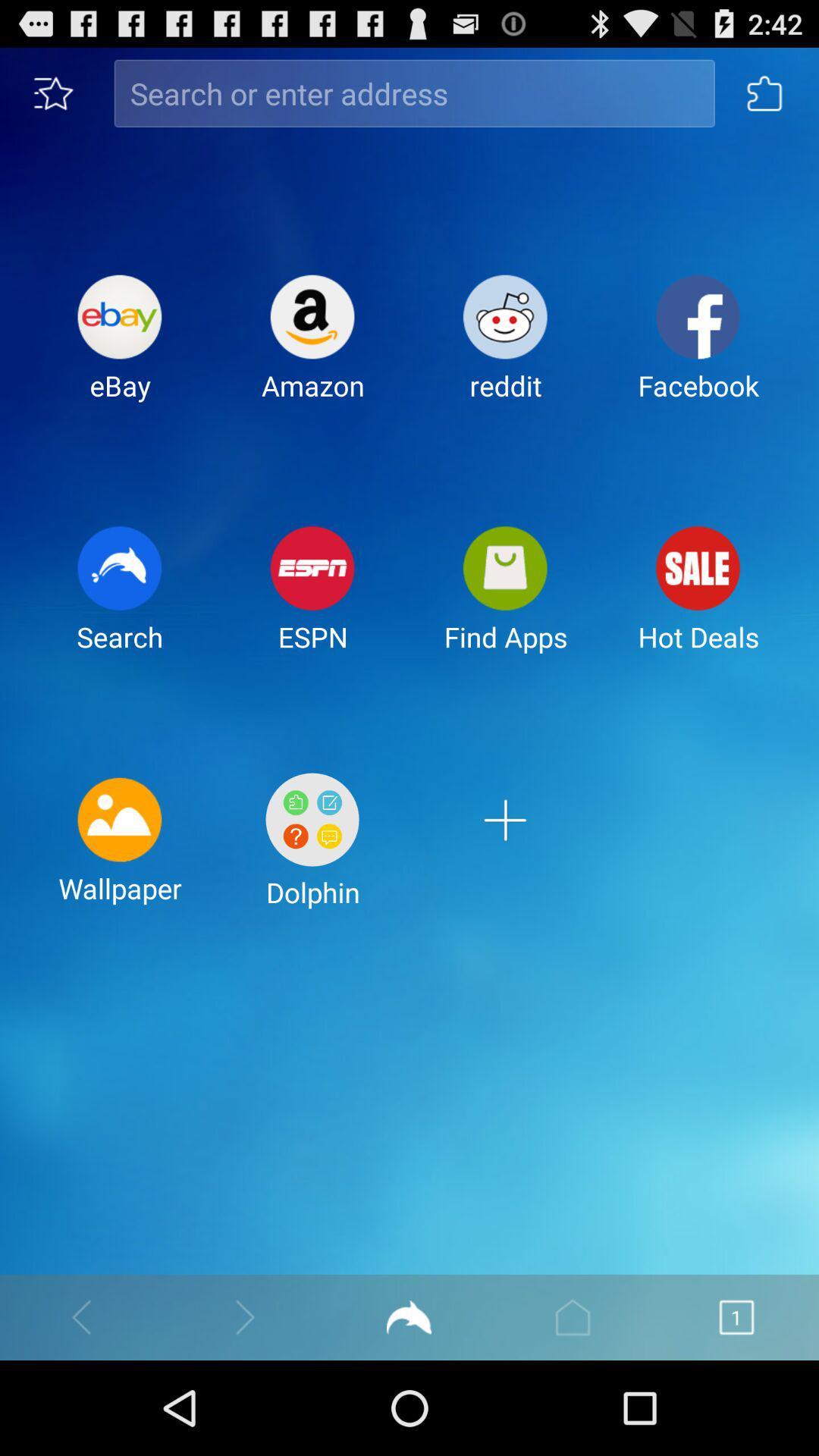 The image size is (819, 1456). What do you see at coordinates (505, 852) in the screenshot?
I see `app` at bounding box center [505, 852].